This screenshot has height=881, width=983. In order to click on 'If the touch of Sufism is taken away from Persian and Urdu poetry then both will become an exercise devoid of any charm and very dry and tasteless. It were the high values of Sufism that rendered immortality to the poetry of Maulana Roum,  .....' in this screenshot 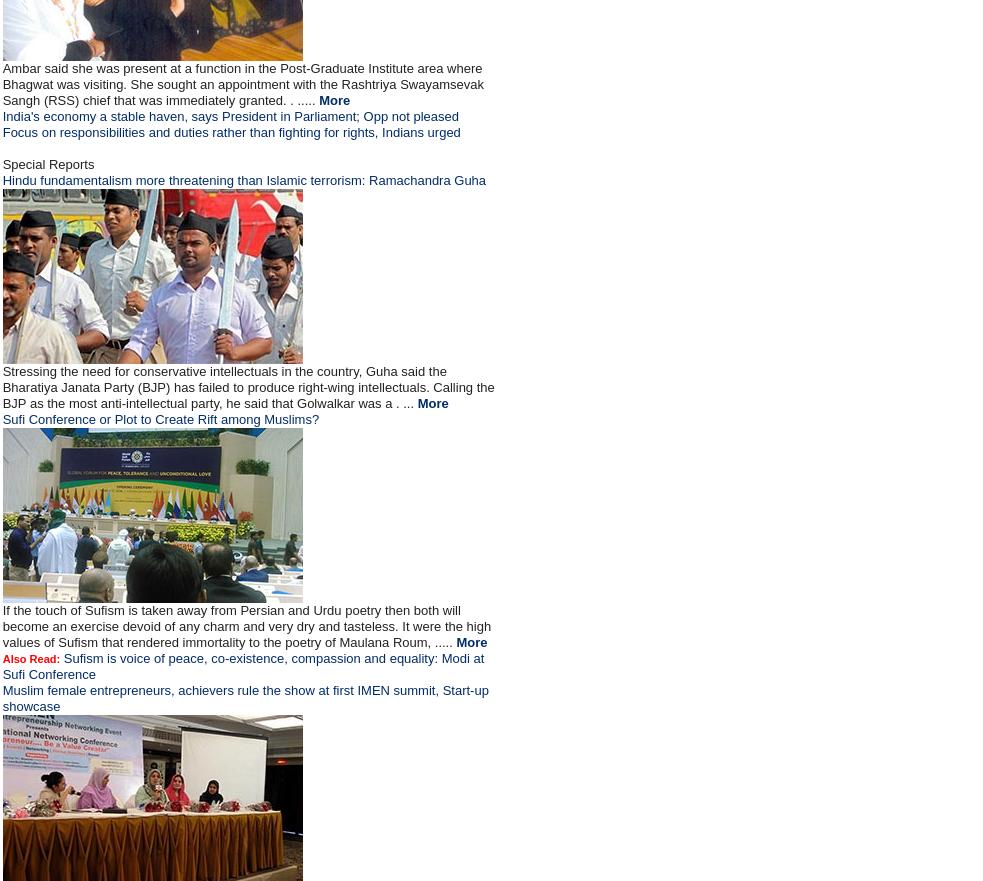, I will do `click(246, 625)`.